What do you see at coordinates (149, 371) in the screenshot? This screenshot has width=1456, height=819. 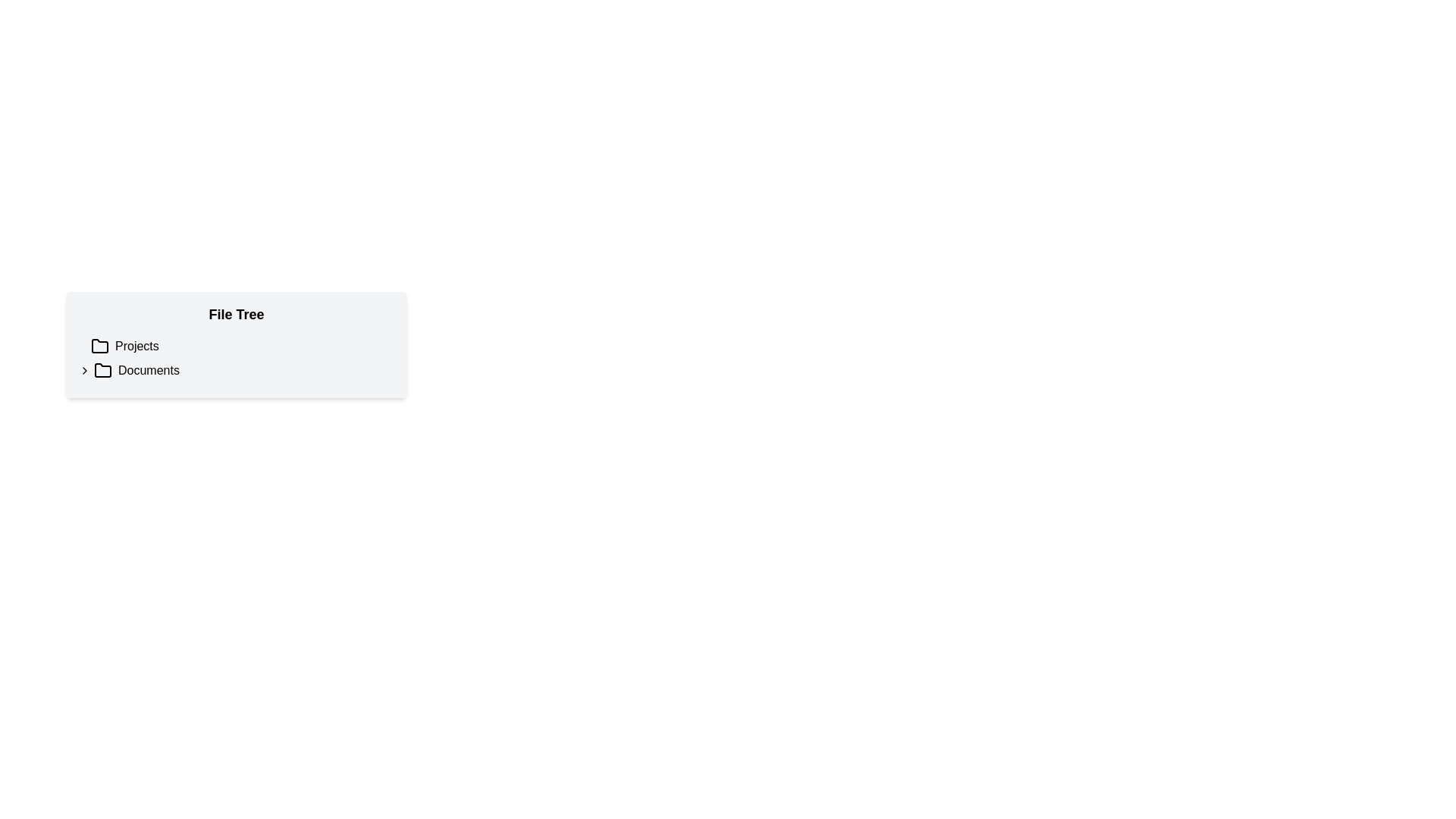 I see `the 'Documents' text label` at bounding box center [149, 371].